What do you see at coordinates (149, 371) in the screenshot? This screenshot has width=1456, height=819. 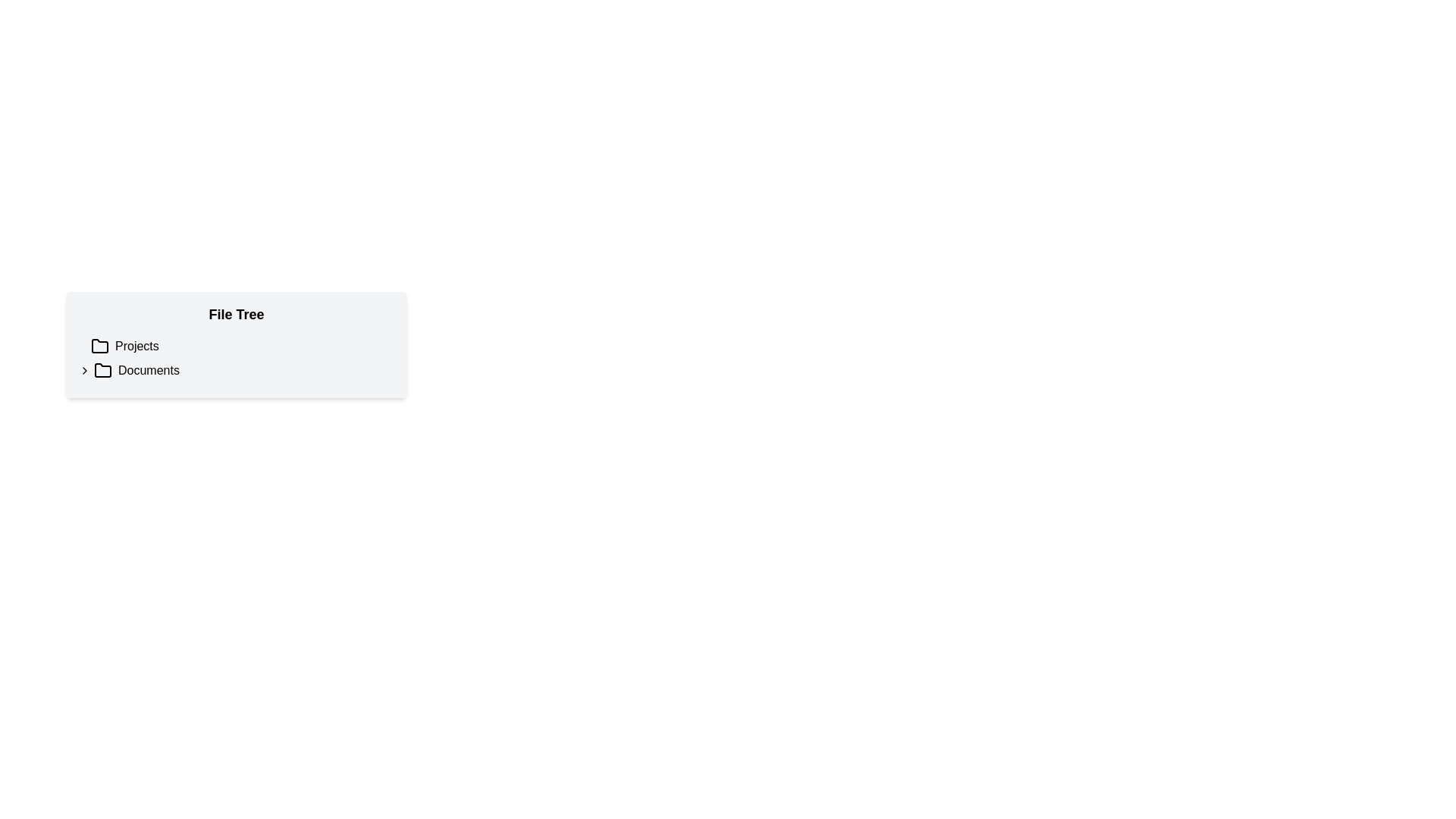 I see `the 'Documents' text label` at bounding box center [149, 371].